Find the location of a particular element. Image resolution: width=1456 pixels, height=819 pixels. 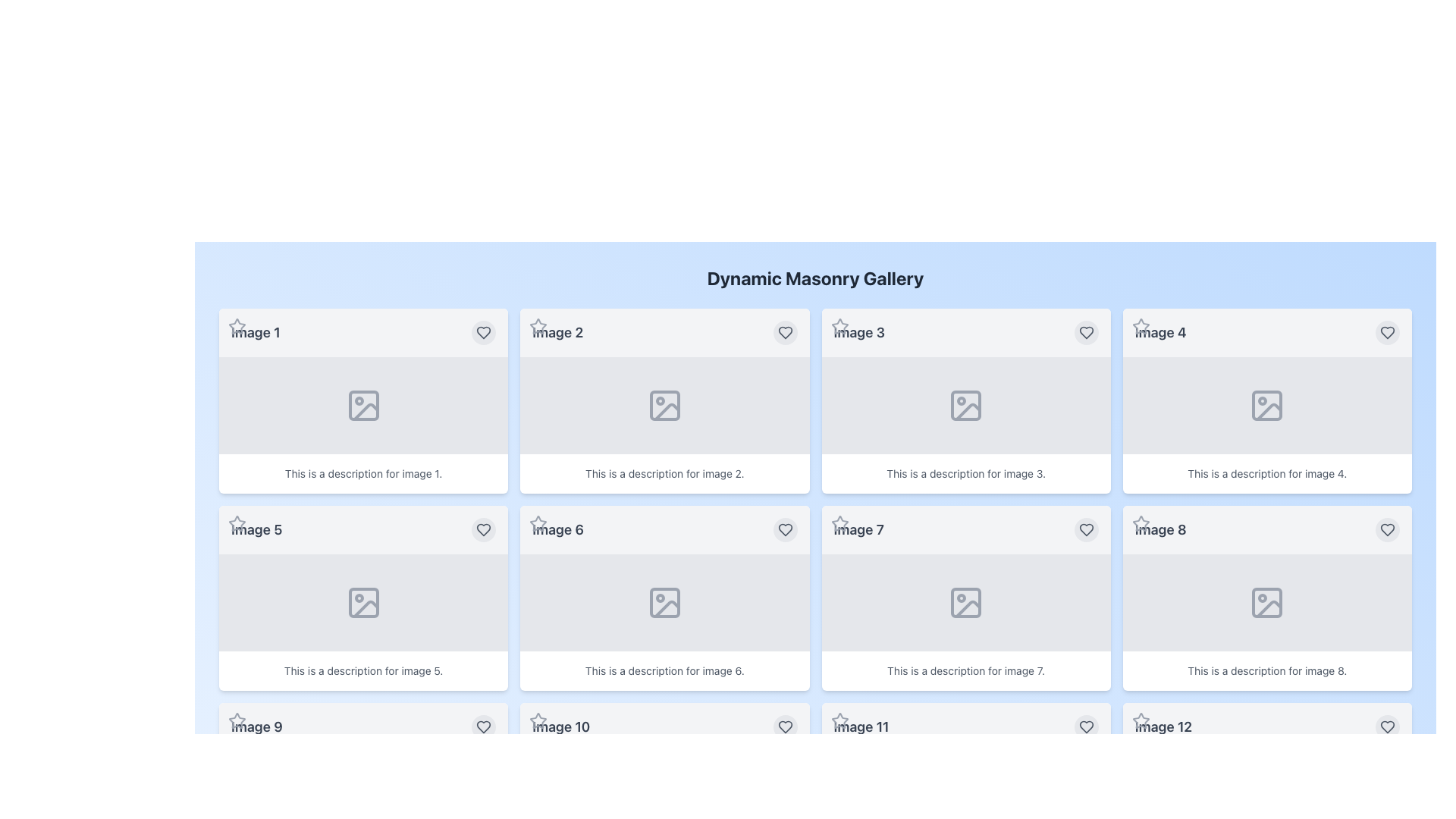

the heart-shaped SVG icon located in the upper-right corner of the card labeled 'Image 2' in the masonry gallery is located at coordinates (785, 332).